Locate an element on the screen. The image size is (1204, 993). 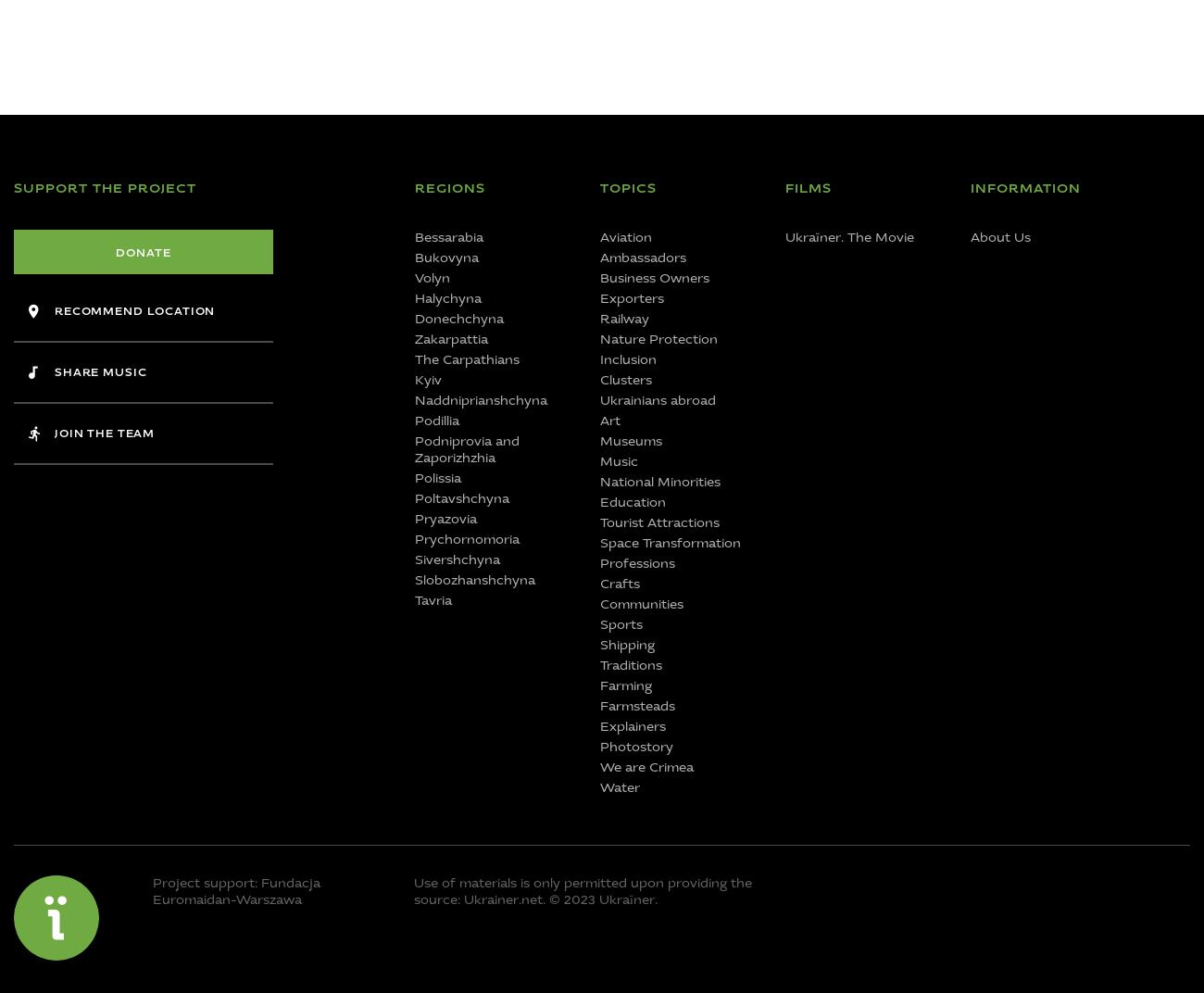
'Project support: Fundacja Euromaidan-Warszawa' is located at coordinates (235, 890).